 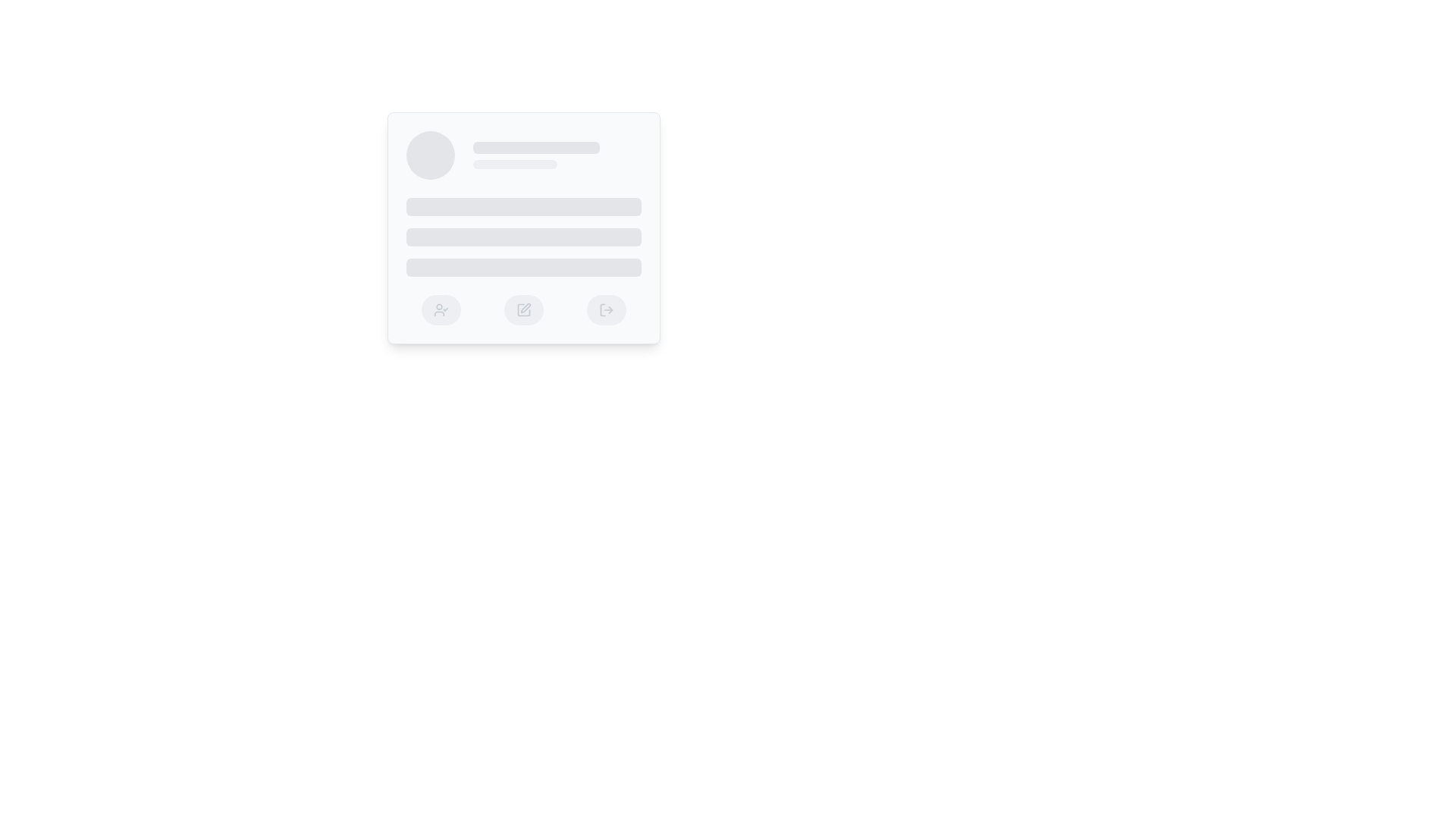 What do you see at coordinates (524, 267) in the screenshot?
I see `the loading indicator element, which is a rectangular shape with rounded corners and a uniform gray color, positioned as the third element in a vertical stack of three similar components` at bounding box center [524, 267].